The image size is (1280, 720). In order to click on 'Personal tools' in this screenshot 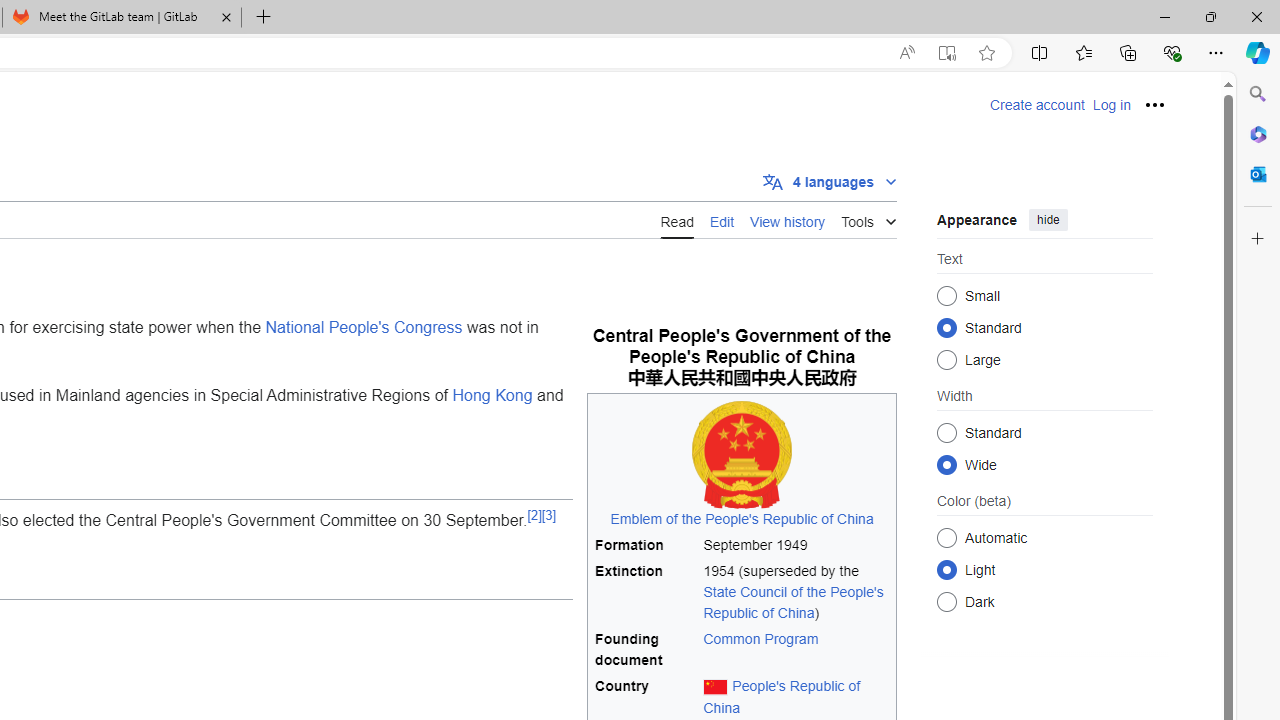, I will do `click(1155, 105)`.